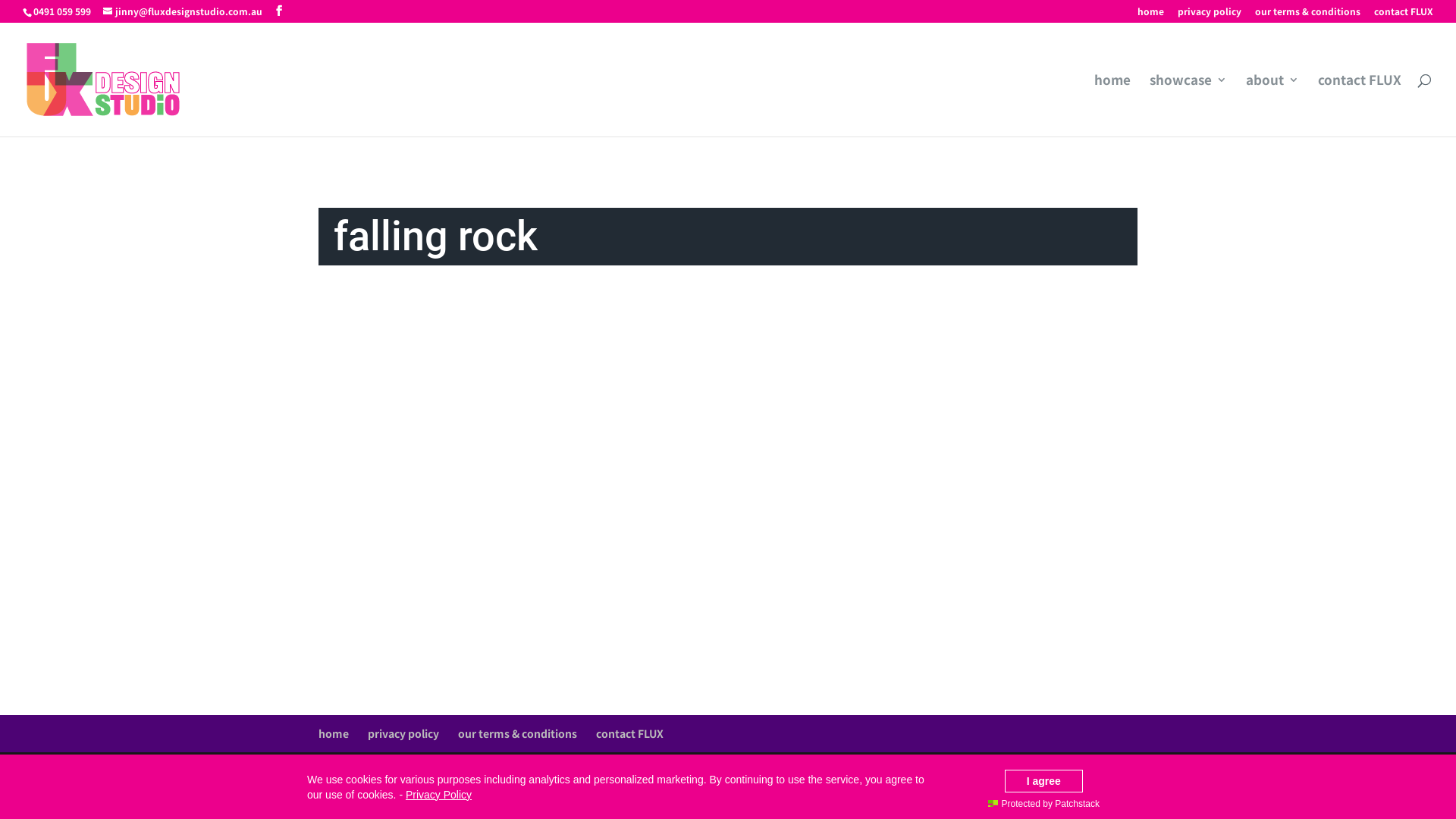  I want to click on 'jinny@fluxdesignstudio.com.au', so click(182, 11).